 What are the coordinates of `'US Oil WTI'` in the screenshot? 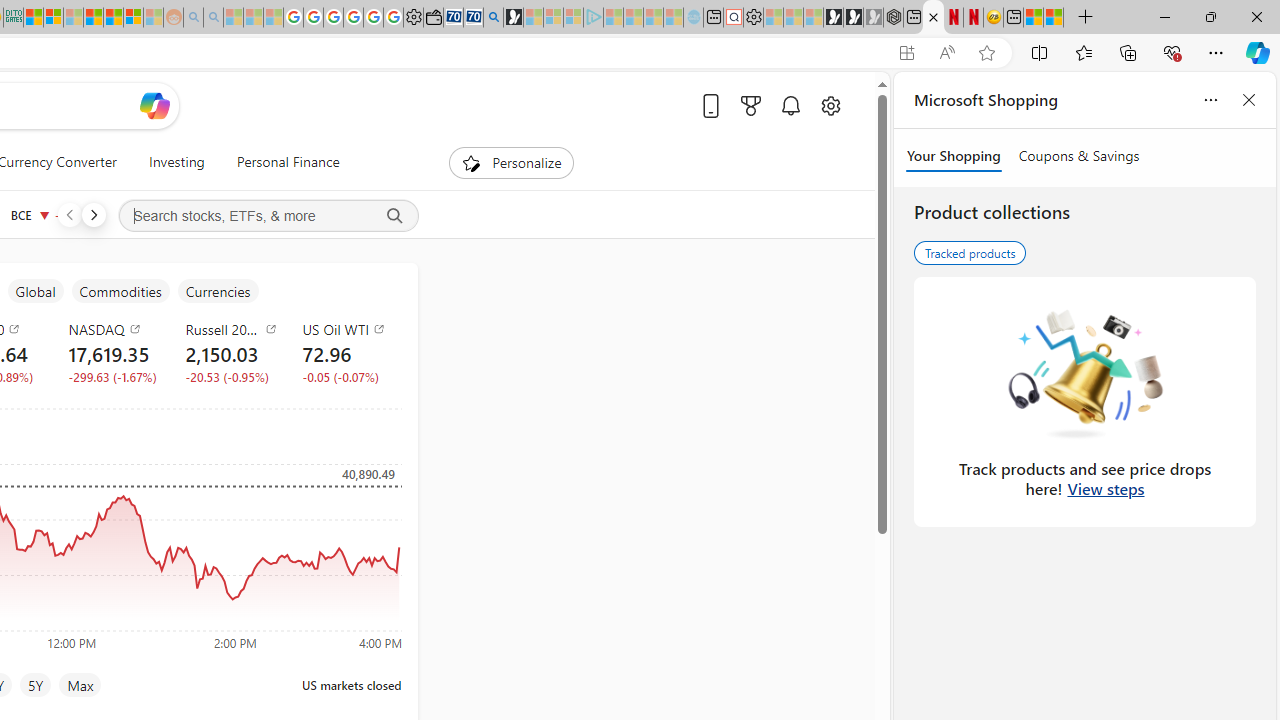 It's located at (348, 328).